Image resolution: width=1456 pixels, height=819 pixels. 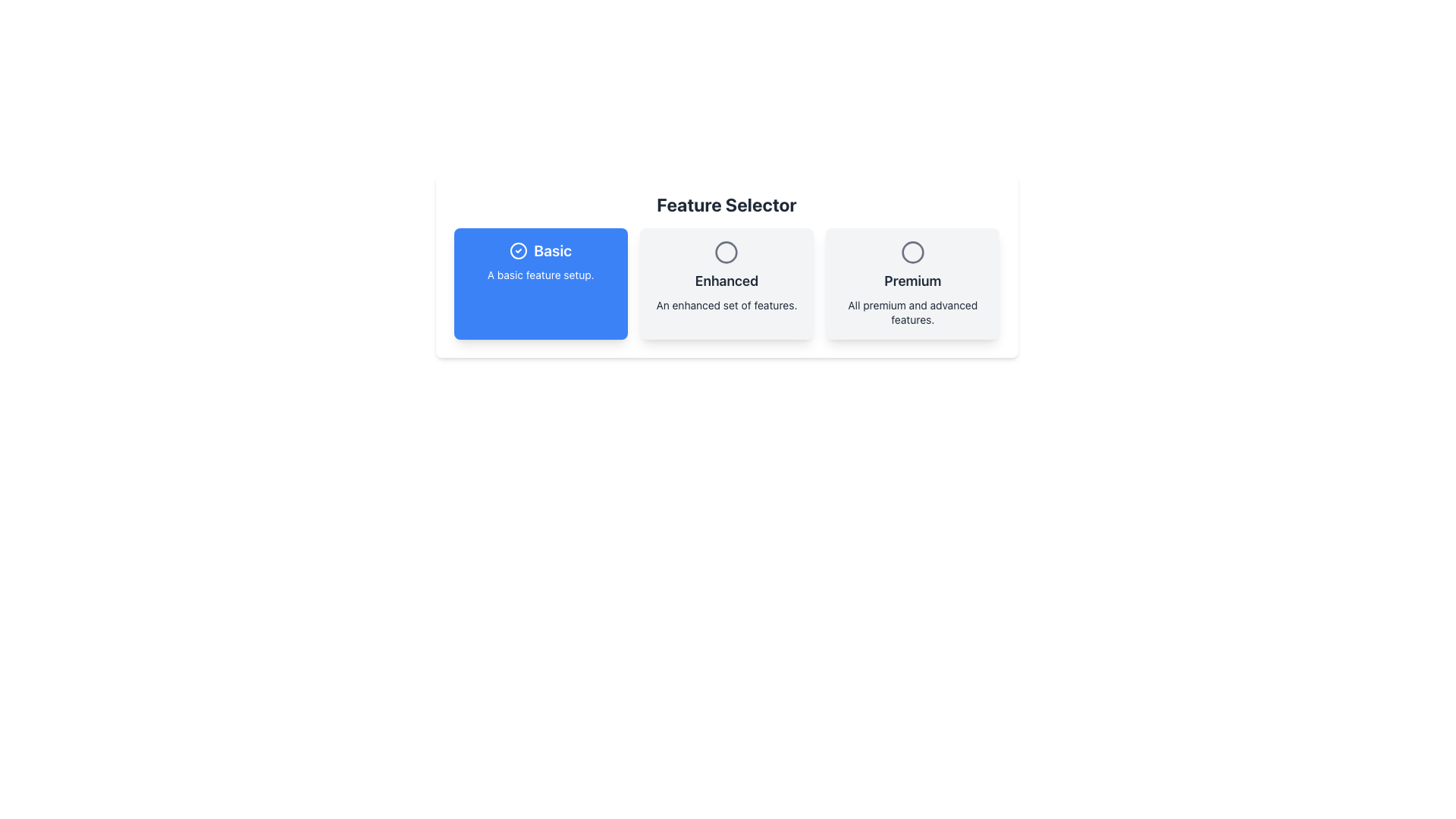 I want to click on the secondary descriptive text saying 'An enhanced set of features.' located within the 'Enhanced' card, so click(x=726, y=305).